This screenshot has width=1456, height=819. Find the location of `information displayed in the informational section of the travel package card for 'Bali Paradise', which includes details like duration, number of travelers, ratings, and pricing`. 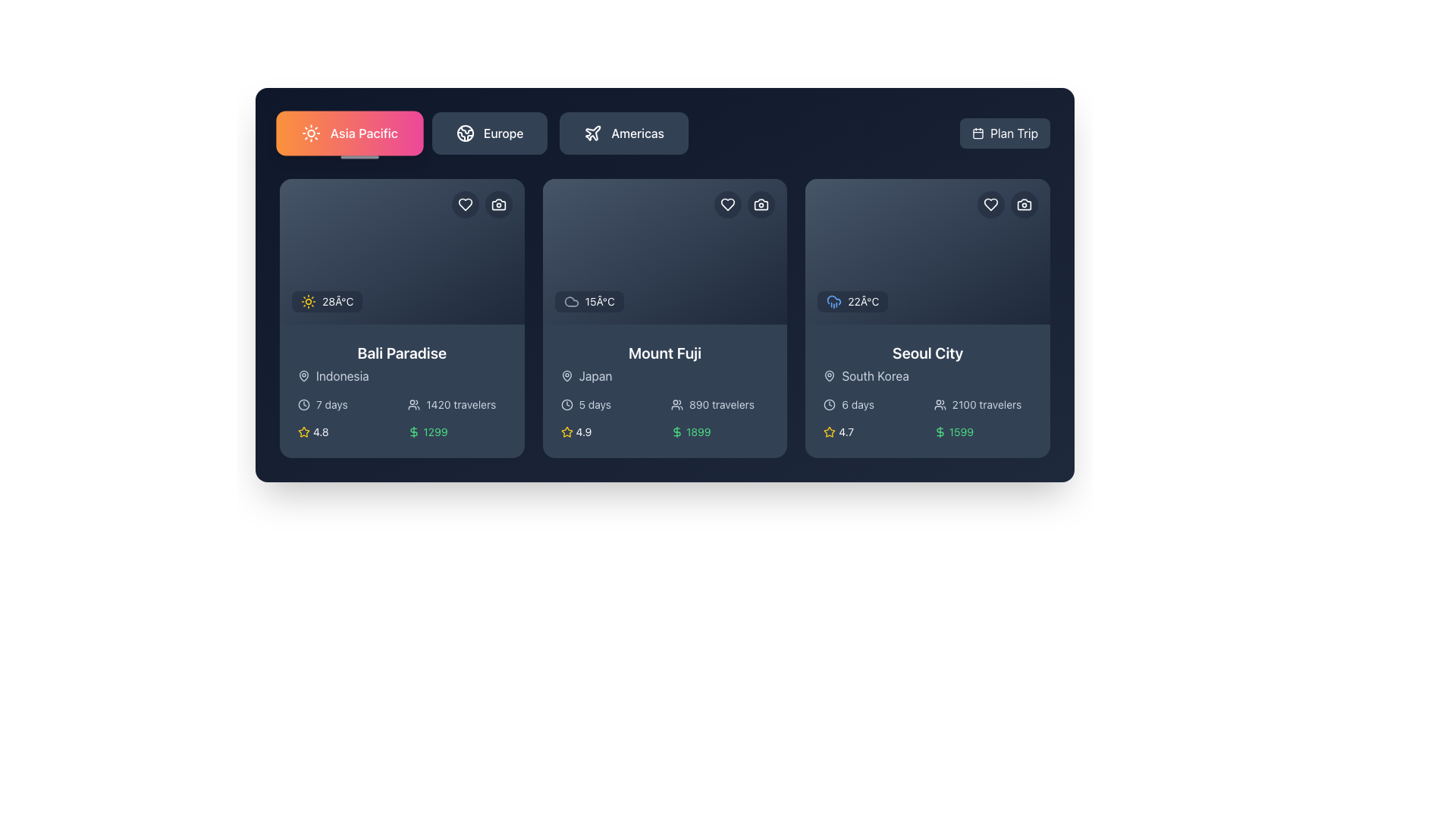

information displayed in the informational section of the travel package card for 'Bali Paradise', which includes details like duration, number of travelers, ratings, and pricing is located at coordinates (402, 418).